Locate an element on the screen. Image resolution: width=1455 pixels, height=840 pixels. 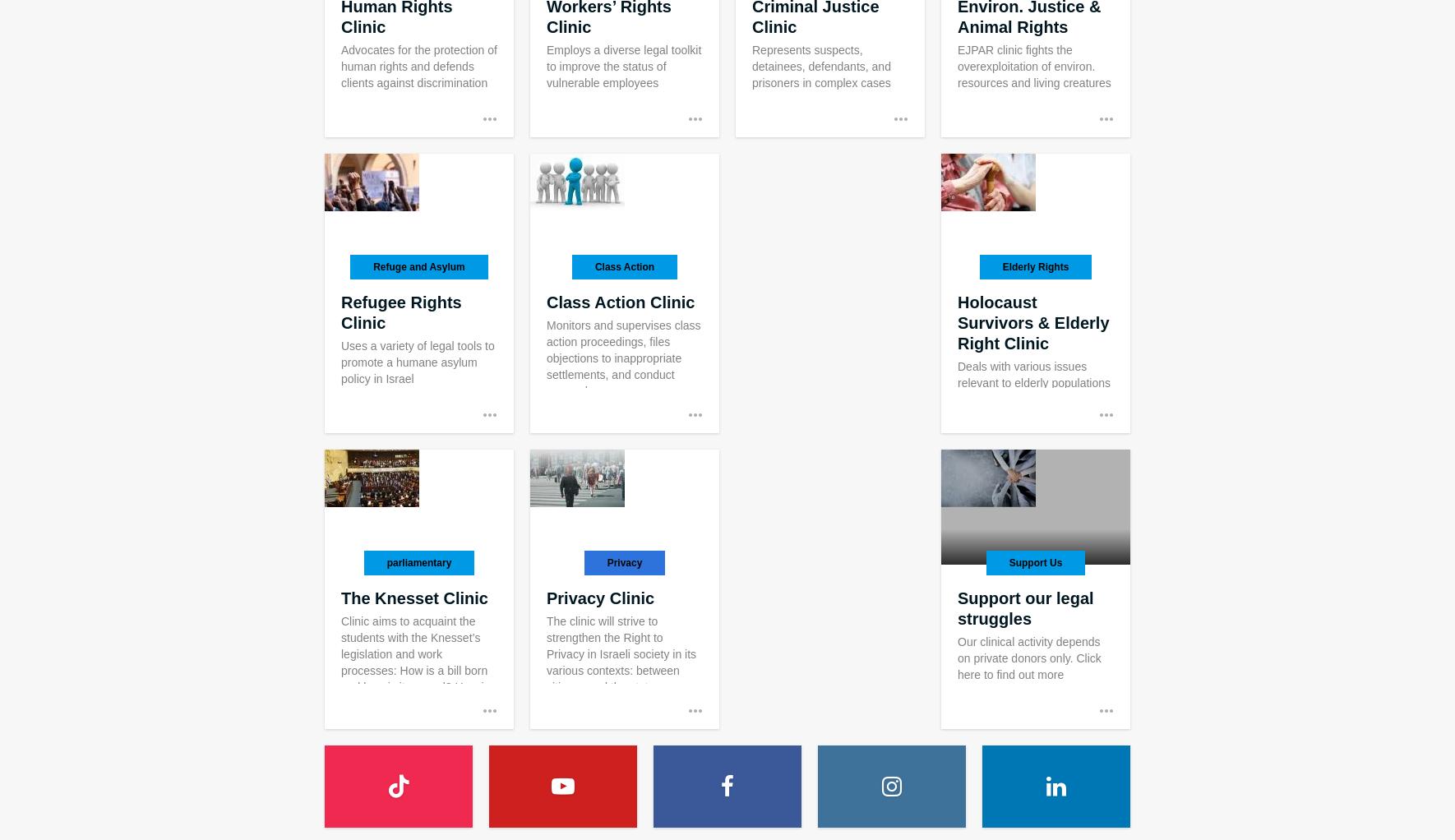
'Promote social activism' is located at coordinates (355, 492).